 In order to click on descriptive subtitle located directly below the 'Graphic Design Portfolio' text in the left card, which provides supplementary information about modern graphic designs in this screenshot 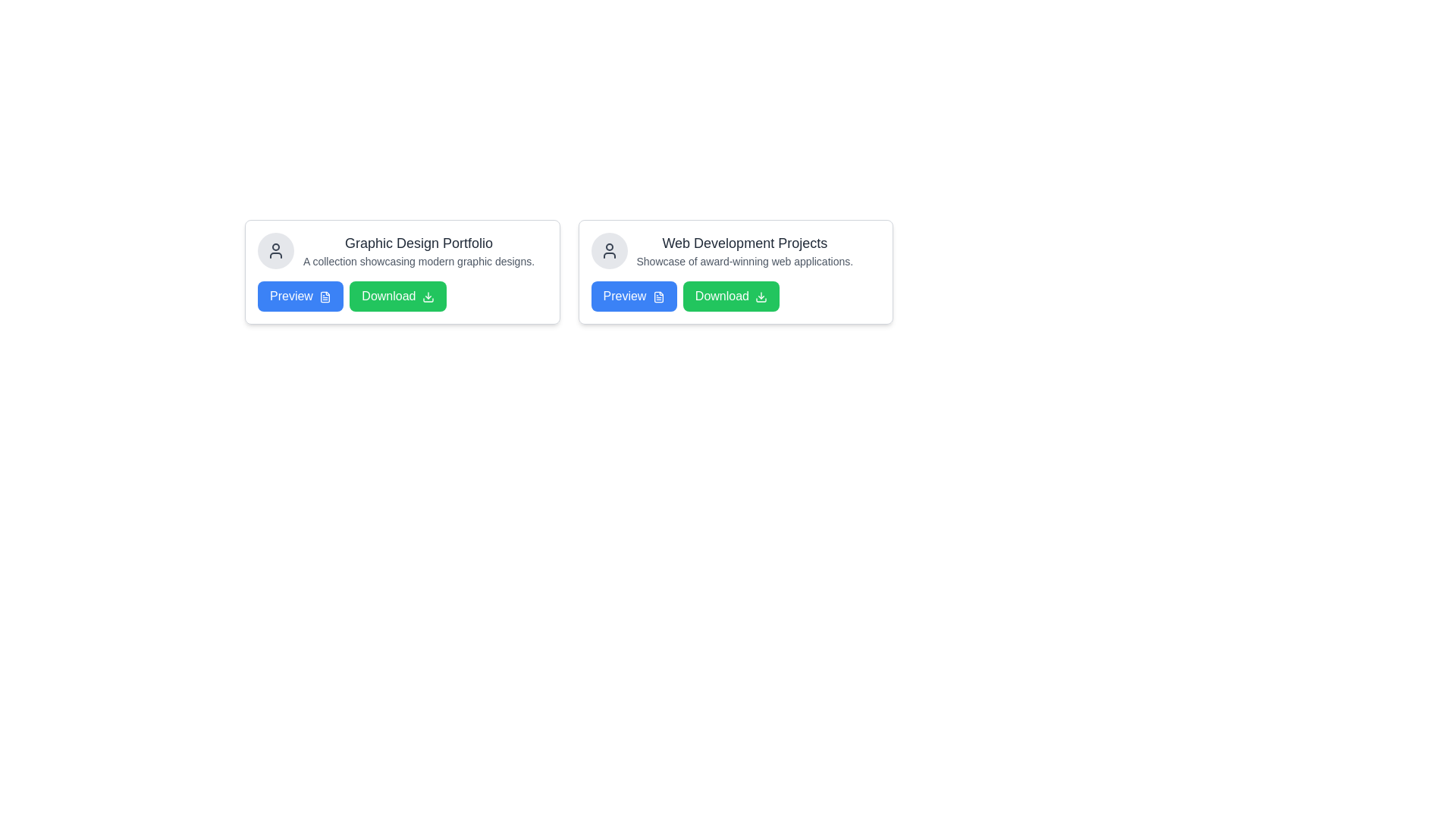, I will do `click(419, 260)`.